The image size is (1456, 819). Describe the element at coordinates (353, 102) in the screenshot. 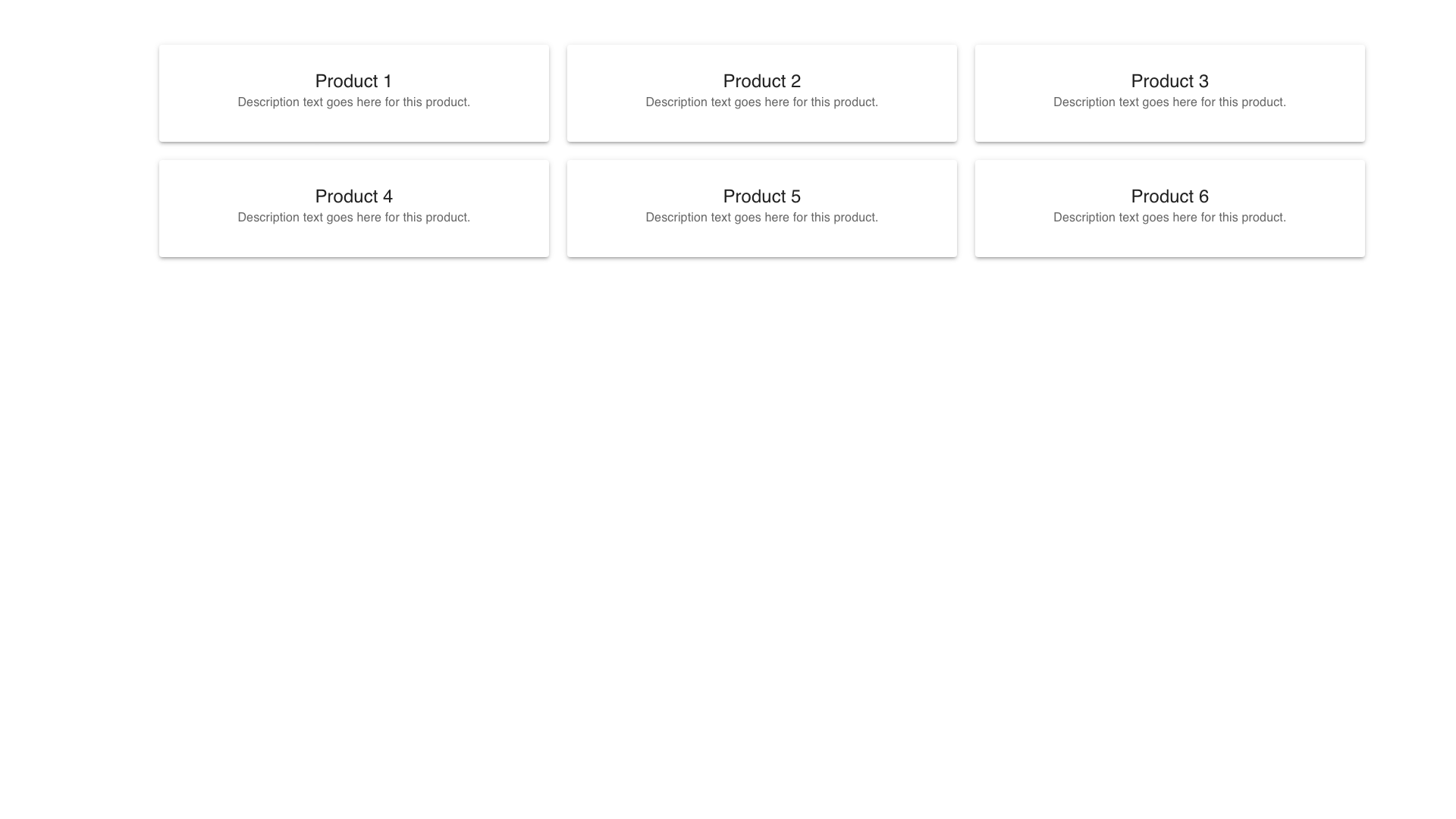

I see `the Text Label displaying 'Description text goes here for this product.' located beneath the title 'Product 1'` at that location.